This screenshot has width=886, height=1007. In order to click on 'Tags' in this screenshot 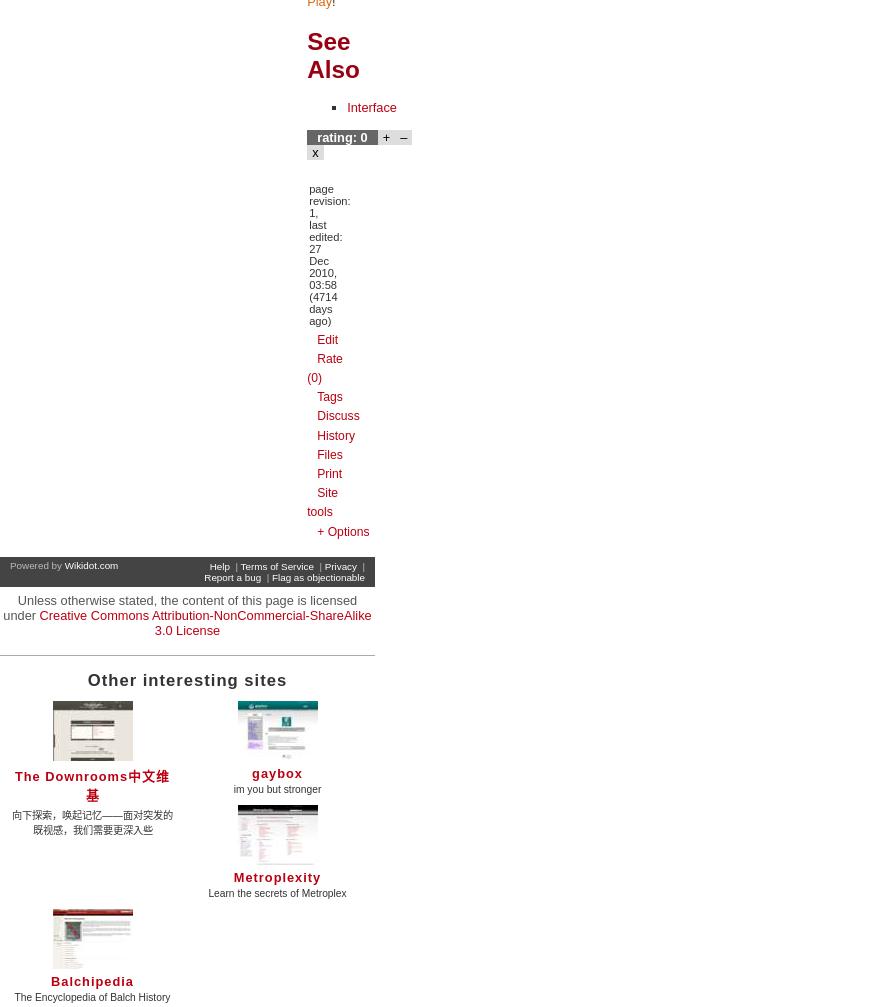, I will do `click(328, 396)`.